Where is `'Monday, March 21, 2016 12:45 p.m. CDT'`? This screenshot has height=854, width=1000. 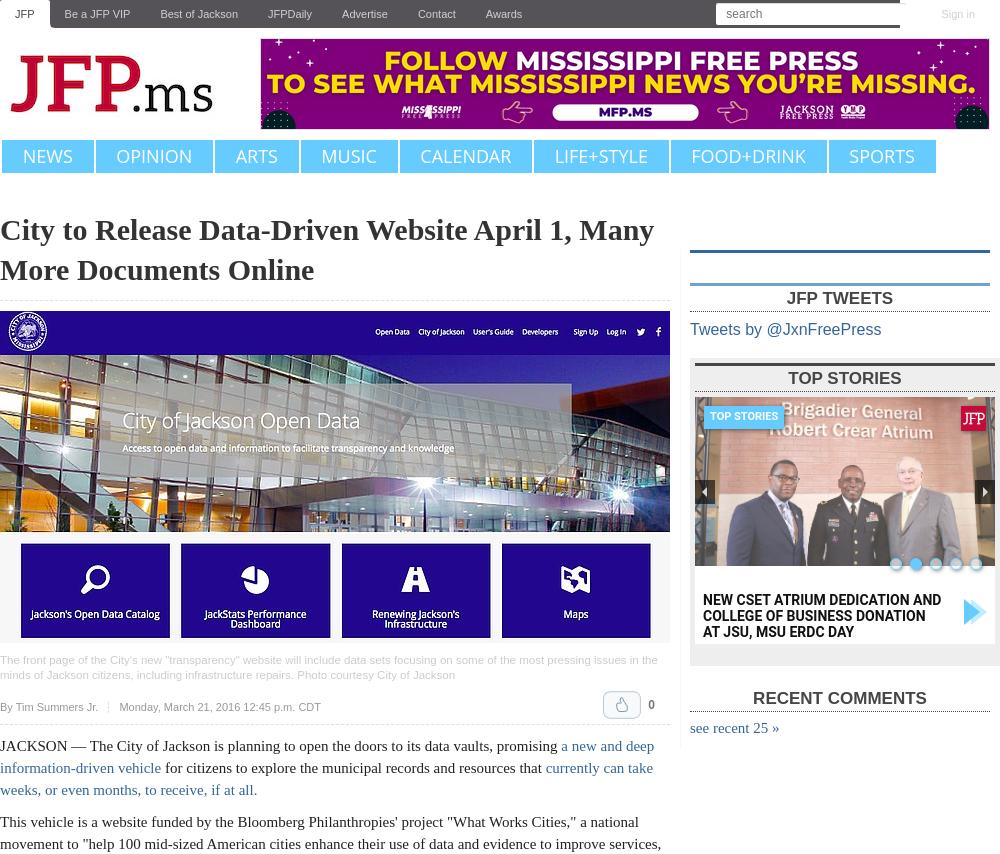
'Monday, March 21, 2016 12:45 p.m. CDT' is located at coordinates (218, 707).